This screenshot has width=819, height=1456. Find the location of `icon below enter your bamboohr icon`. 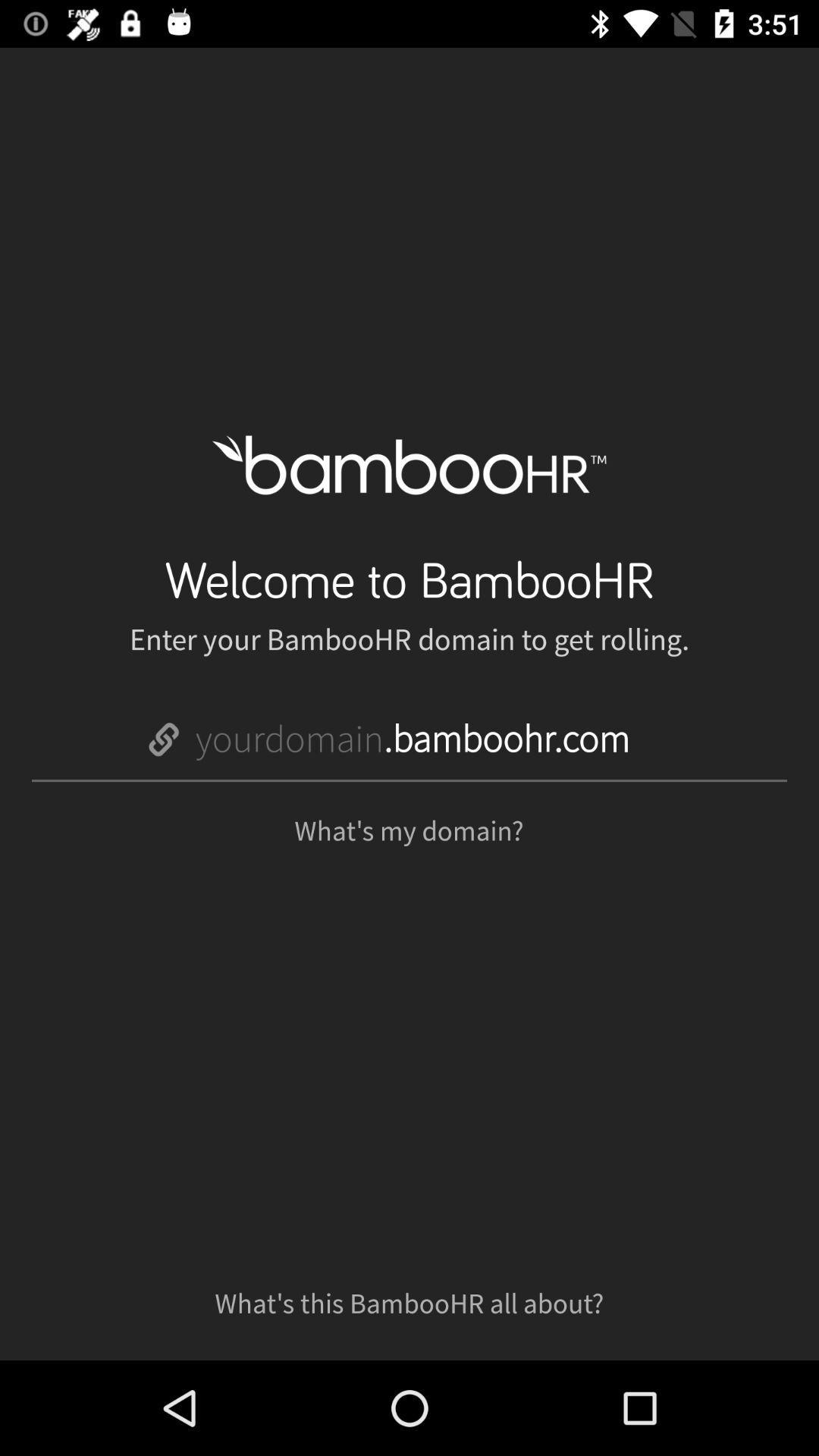

icon below enter your bamboohr icon is located at coordinates (413, 739).